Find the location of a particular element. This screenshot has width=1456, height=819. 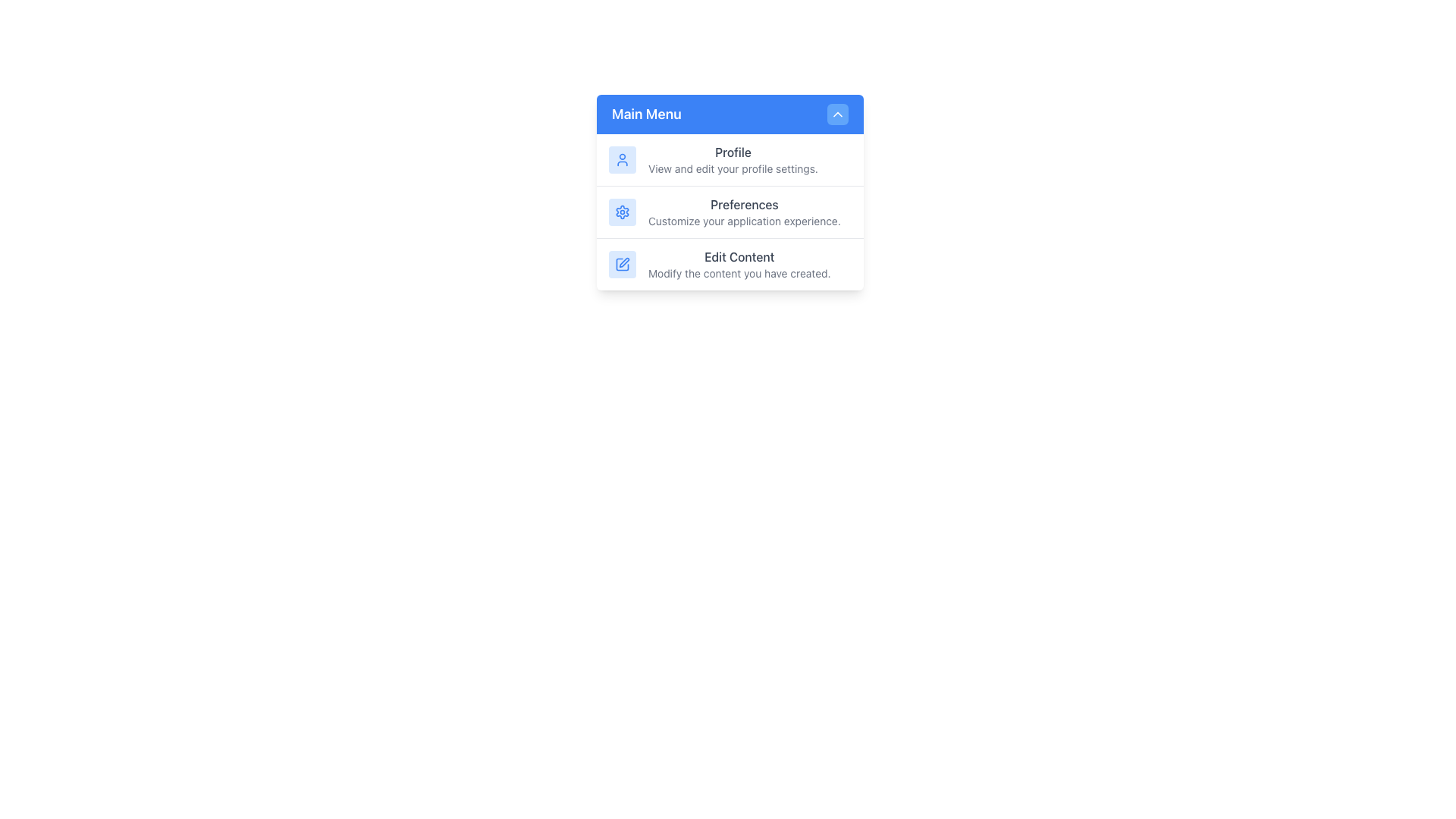

the stylized pen icon within the dropdown menu is located at coordinates (624, 262).